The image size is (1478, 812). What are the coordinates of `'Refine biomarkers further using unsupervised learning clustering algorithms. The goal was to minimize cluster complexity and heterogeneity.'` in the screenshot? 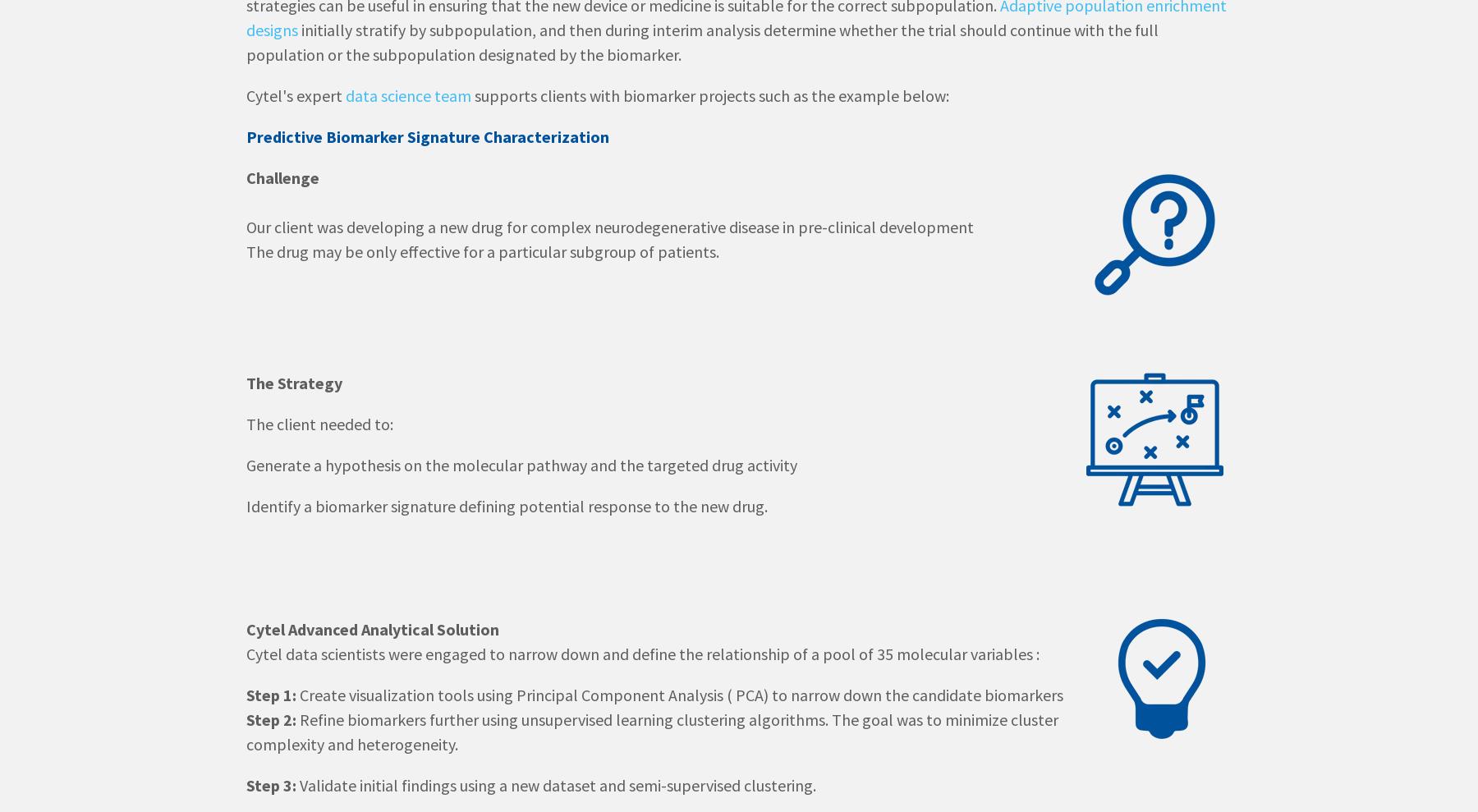 It's located at (652, 731).